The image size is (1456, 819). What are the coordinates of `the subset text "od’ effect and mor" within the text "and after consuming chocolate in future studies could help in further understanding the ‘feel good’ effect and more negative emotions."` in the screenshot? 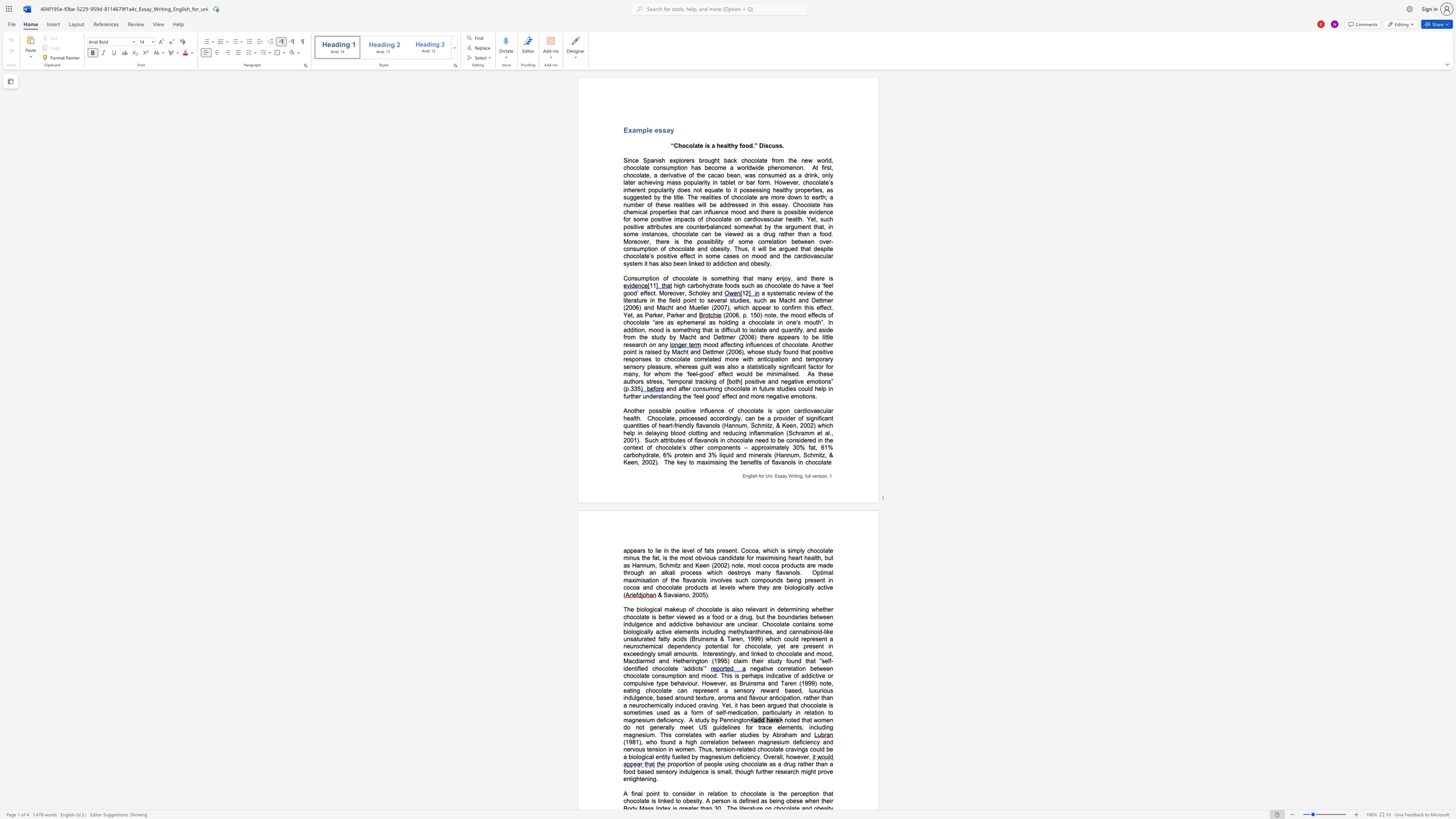 It's located at (712, 396).